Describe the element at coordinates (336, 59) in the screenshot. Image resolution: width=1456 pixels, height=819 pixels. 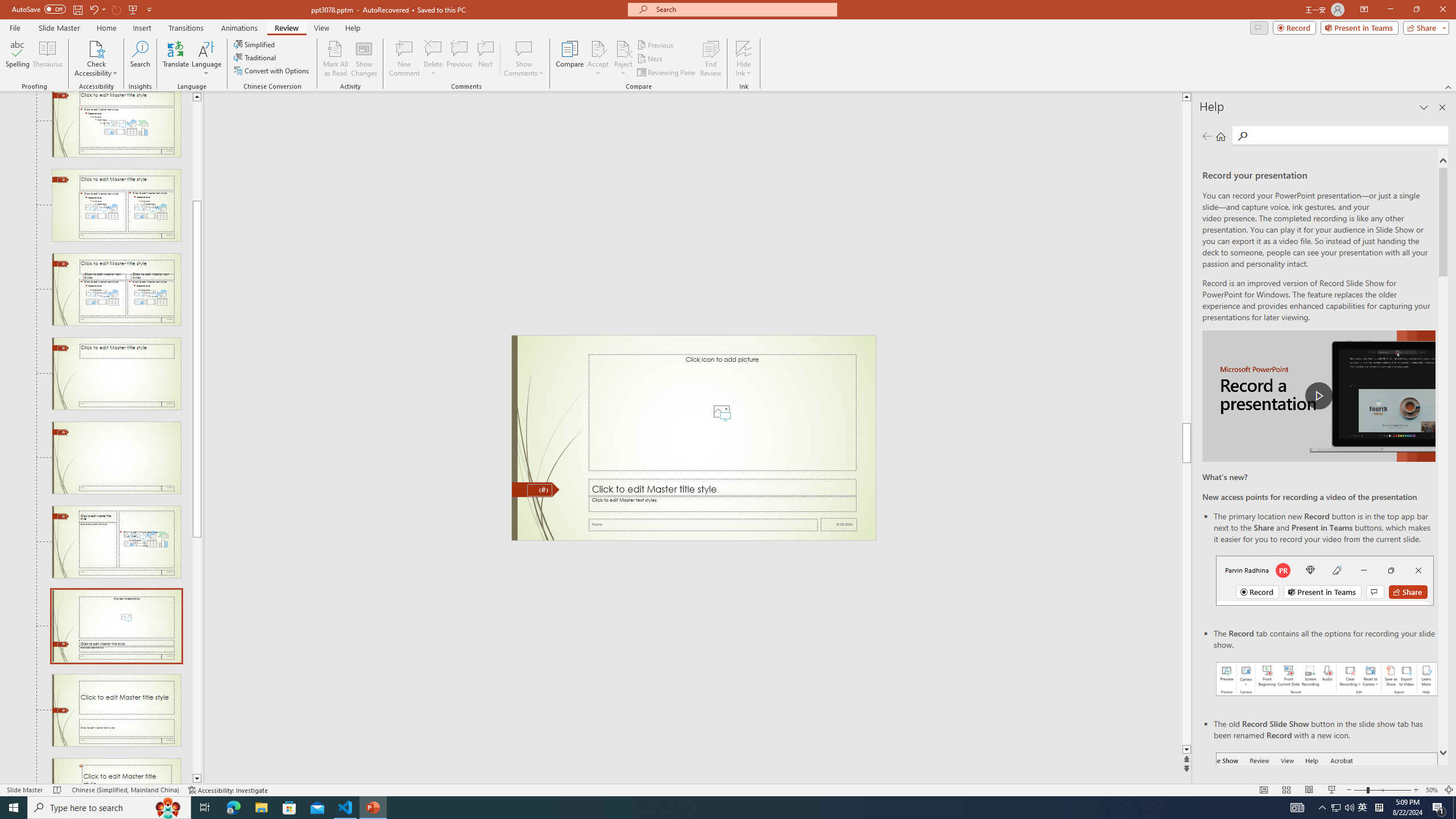
I see `'Mark All as Read'` at that location.